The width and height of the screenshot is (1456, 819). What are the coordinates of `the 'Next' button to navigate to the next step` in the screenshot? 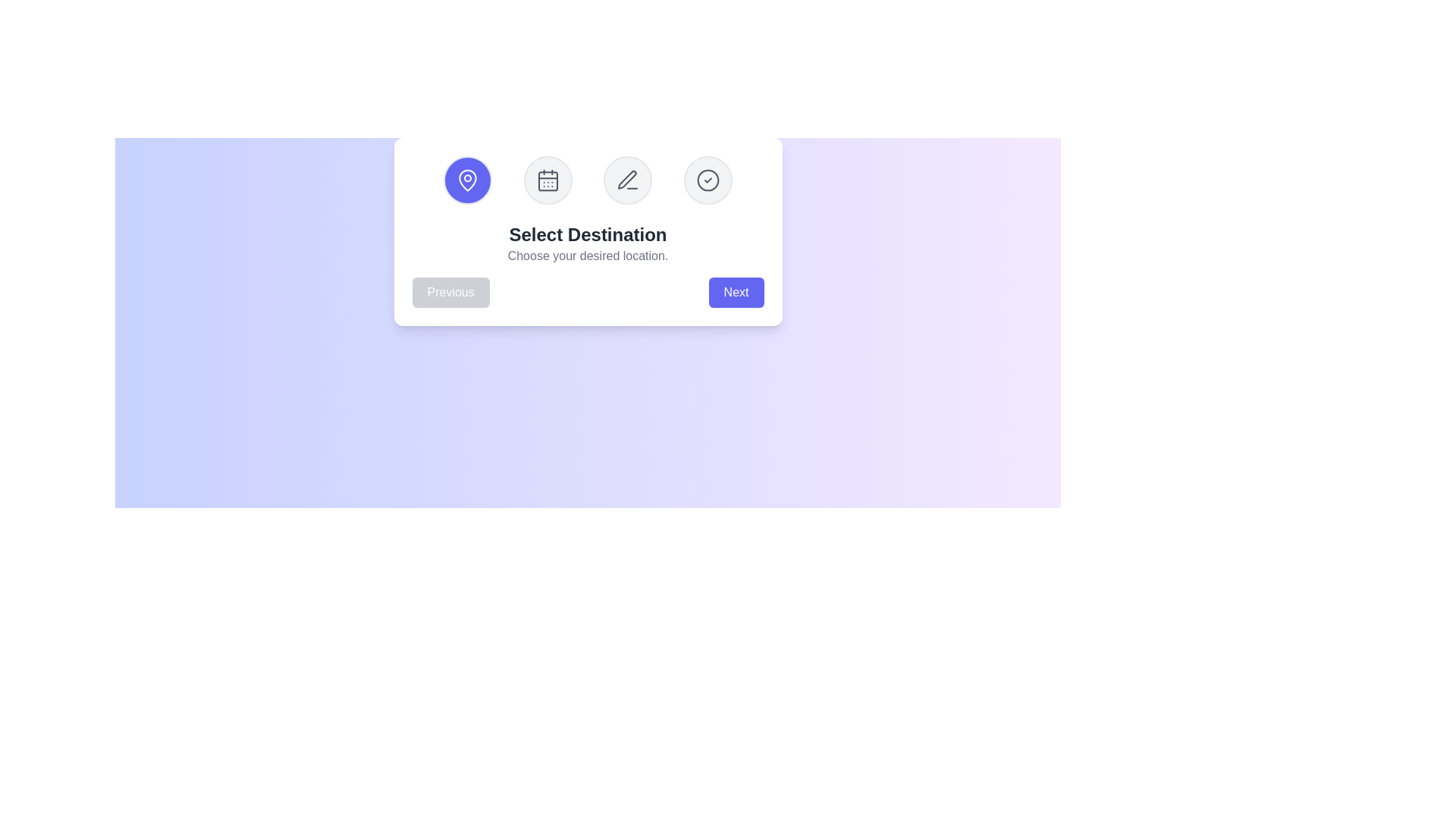 It's located at (736, 292).